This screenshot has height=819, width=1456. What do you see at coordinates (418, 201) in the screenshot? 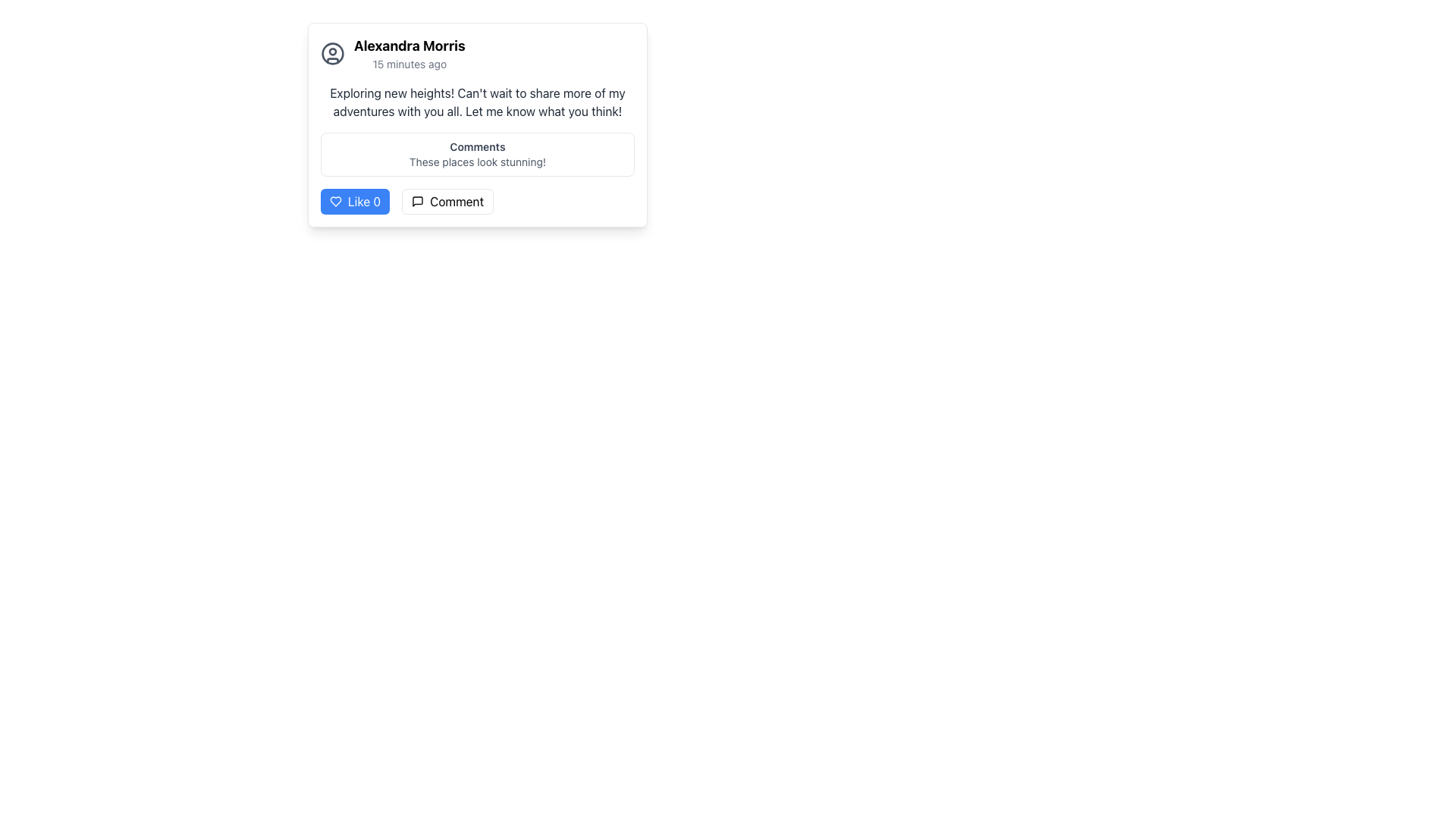
I see `the design of the commenting icon located inside the 'Comment' button, to the left of the 'Comment' label text` at bounding box center [418, 201].